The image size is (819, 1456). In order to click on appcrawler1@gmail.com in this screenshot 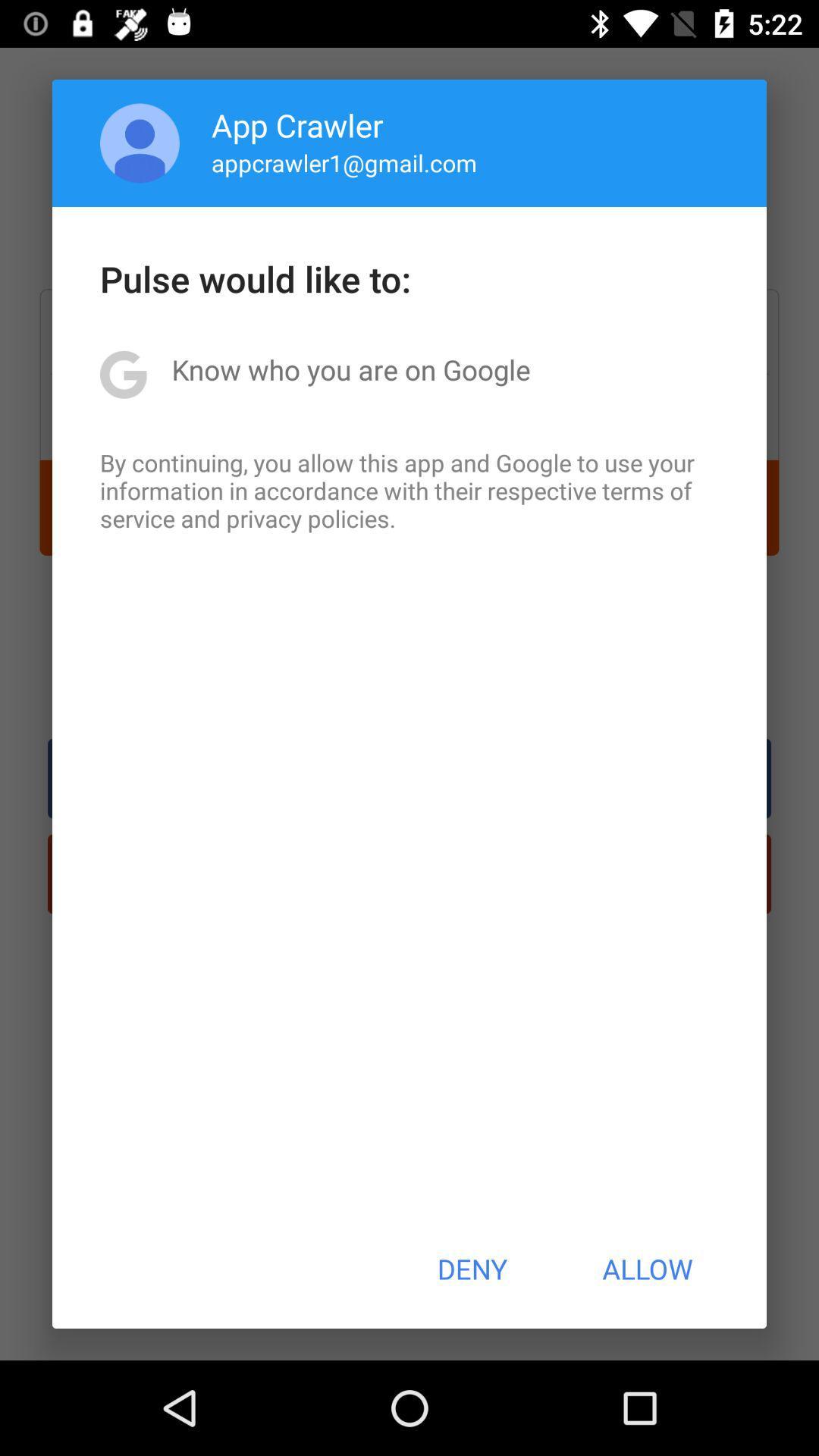, I will do `click(344, 162)`.